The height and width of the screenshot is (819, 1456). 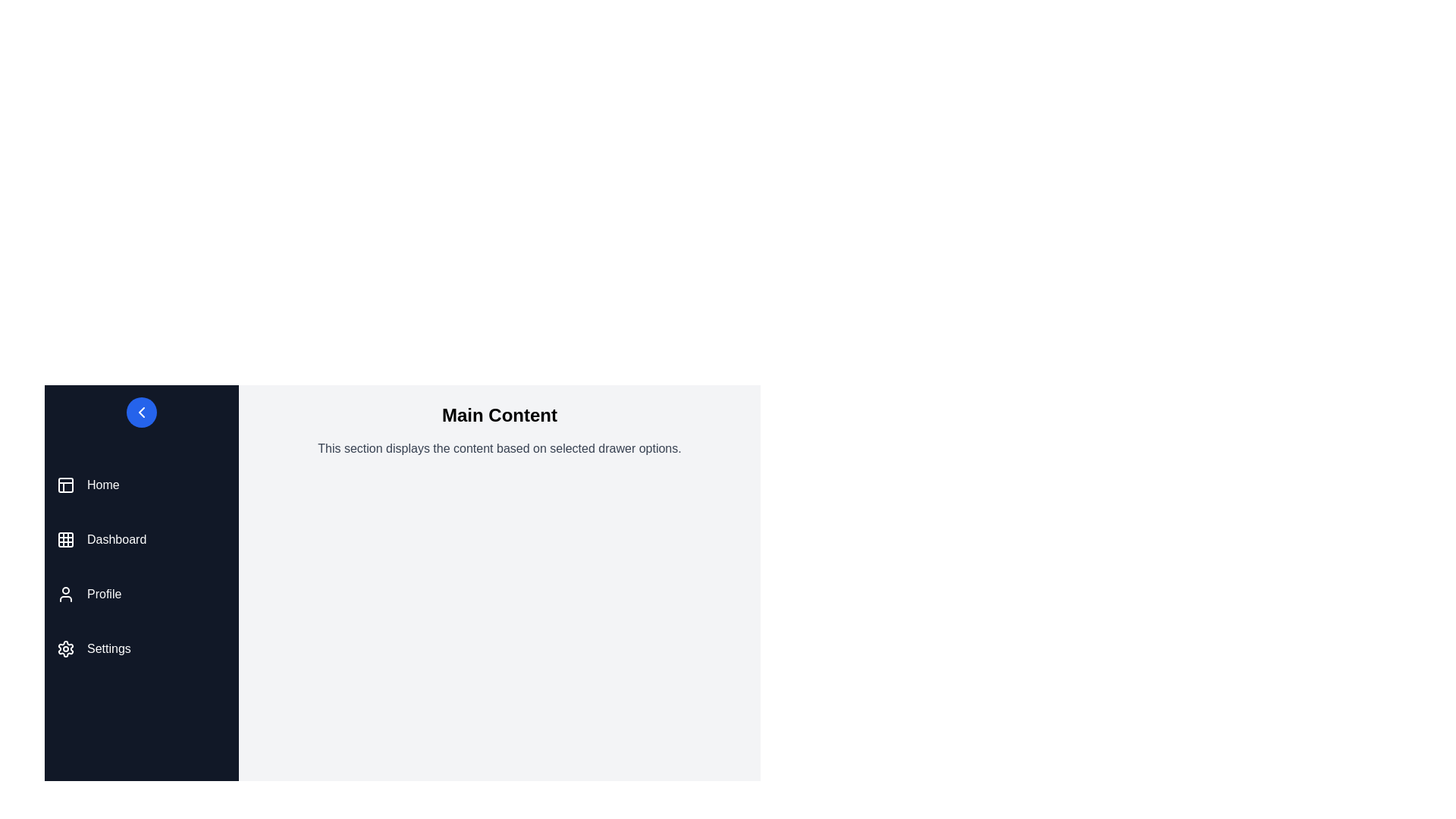 What do you see at coordinates (142, 485) in the screenshot?
I see `the menu item Home from the drawer` at bounding box center [142, 485].